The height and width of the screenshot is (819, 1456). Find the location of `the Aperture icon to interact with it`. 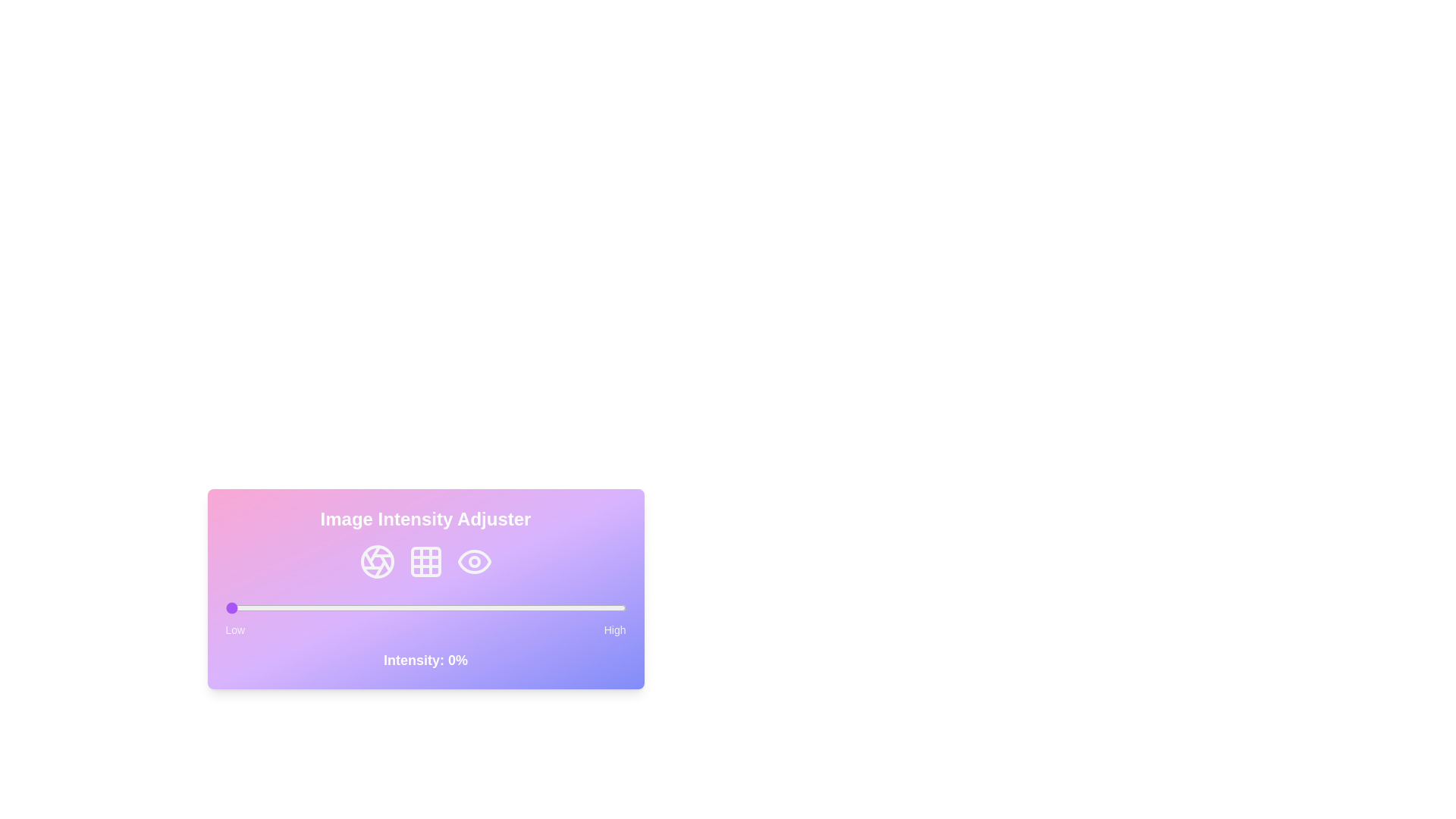

the Aperture icon to interact with it is located at coordinates (377, 561).